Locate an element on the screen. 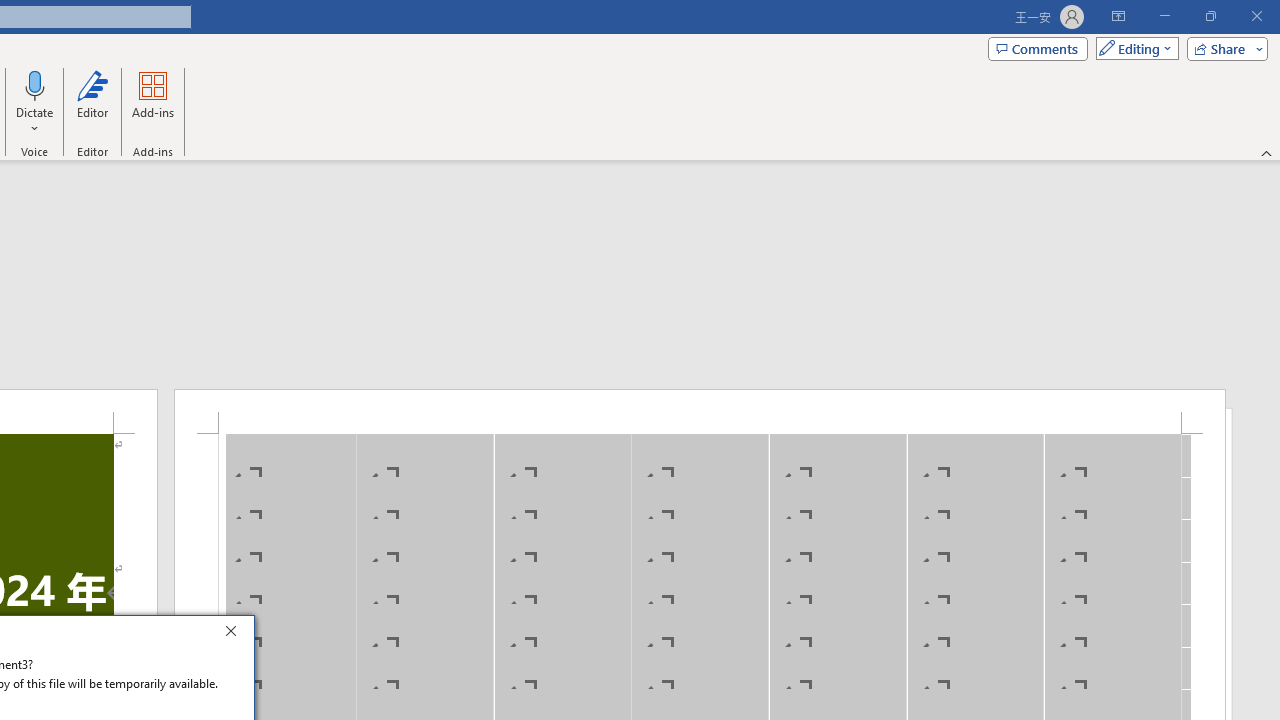 Image resolution: width=1280 pixels, height=720 pixels. 'Dictate' is located at coordinates (35, 103).